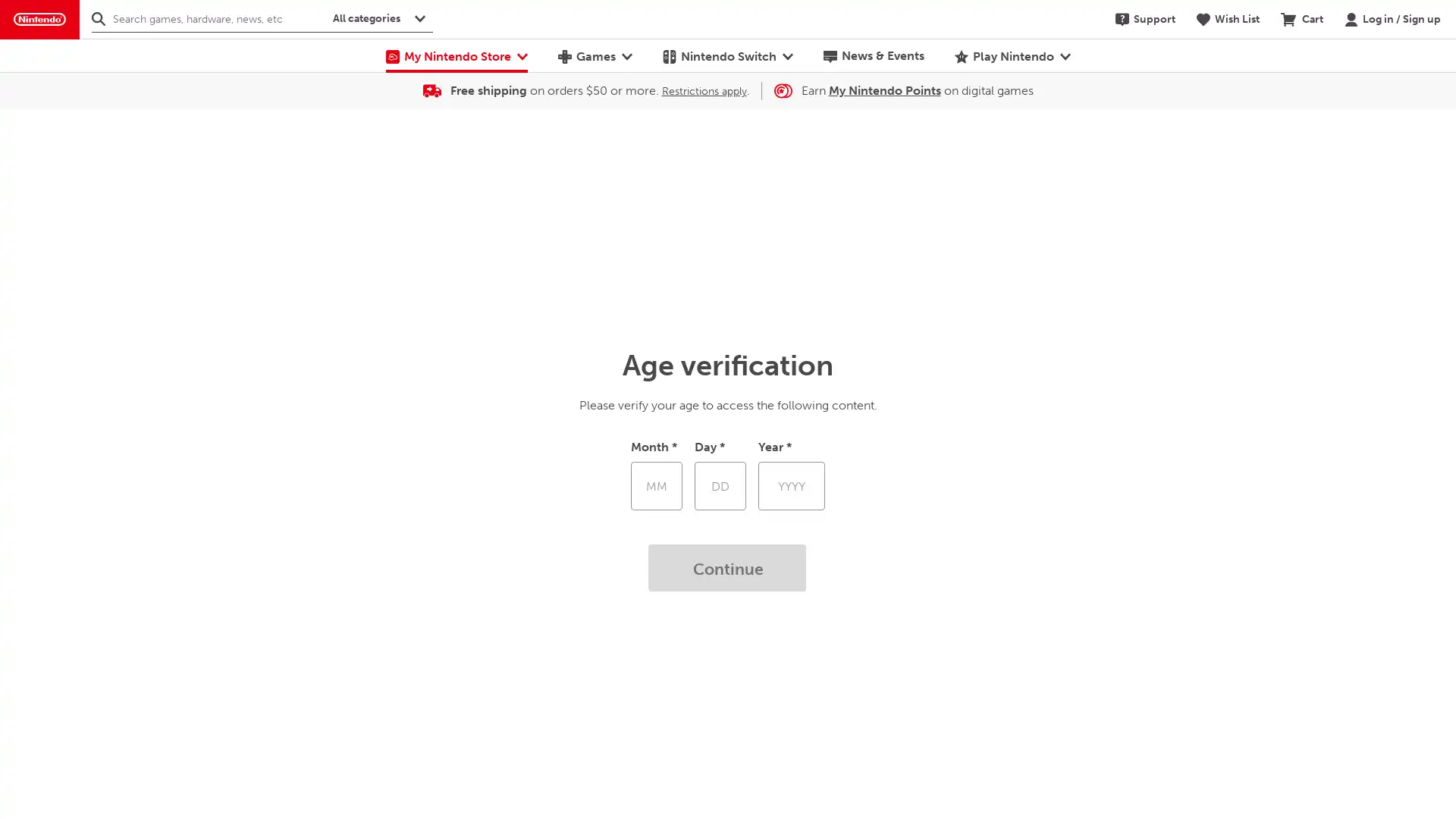  I want to click on Games, so click(593, 55).